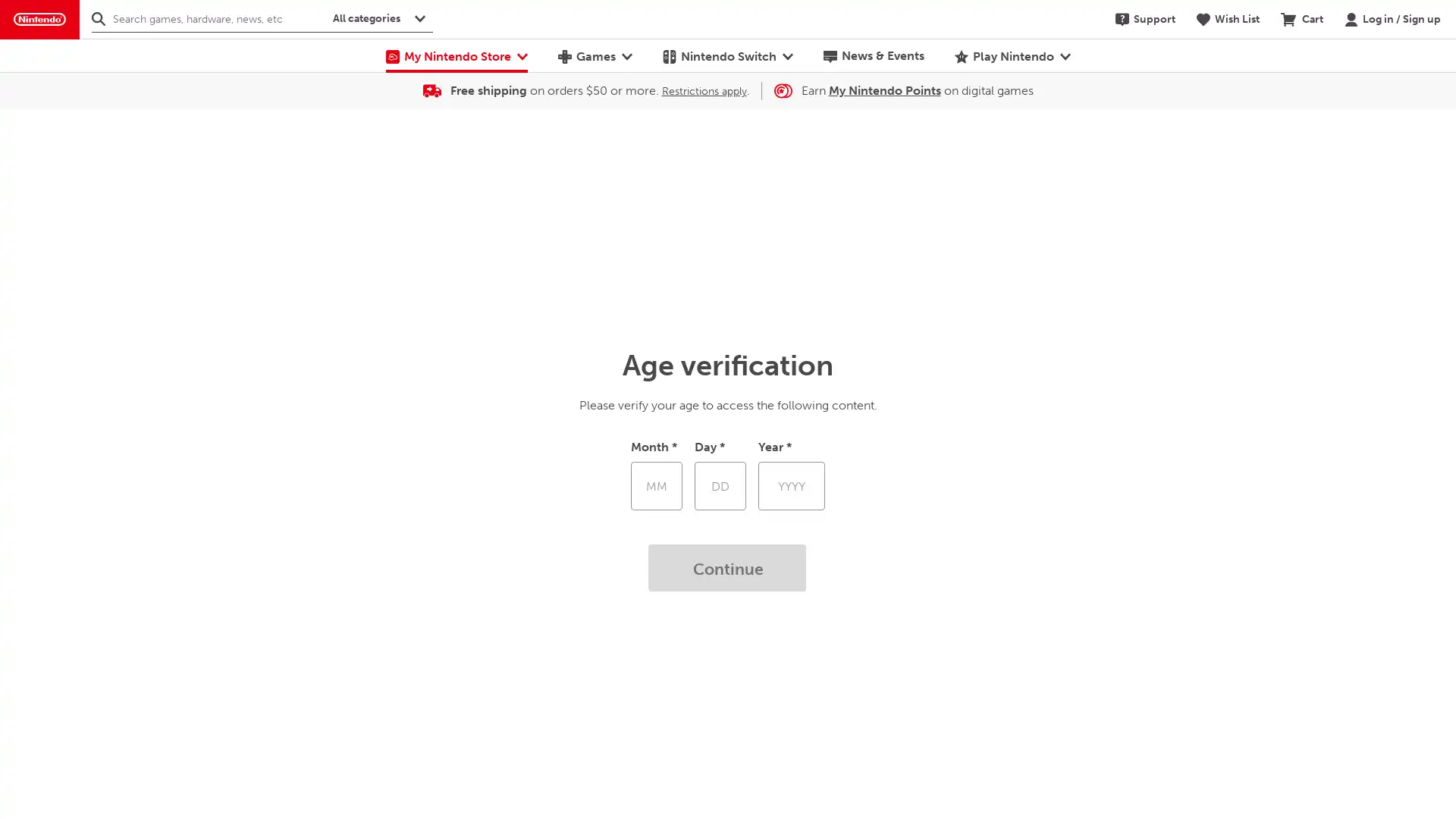  I want to click on Games, so click(593, 55).